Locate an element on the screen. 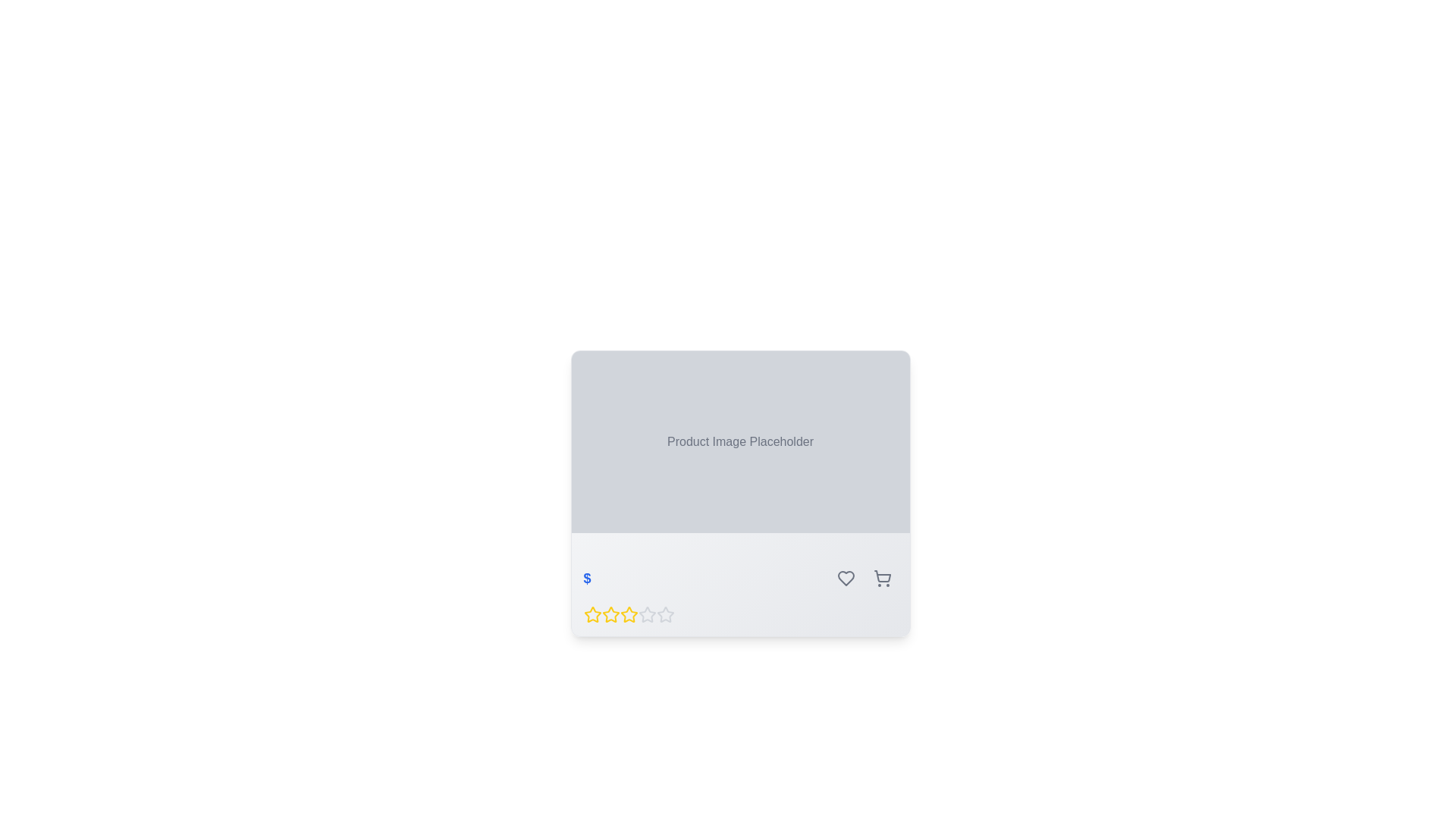 Image resolution: width=1456 pixels, height=819 pixels. the heart icon button, which indicates a 'favorite' or 'like' functionality is located at coordinates (845, 579).